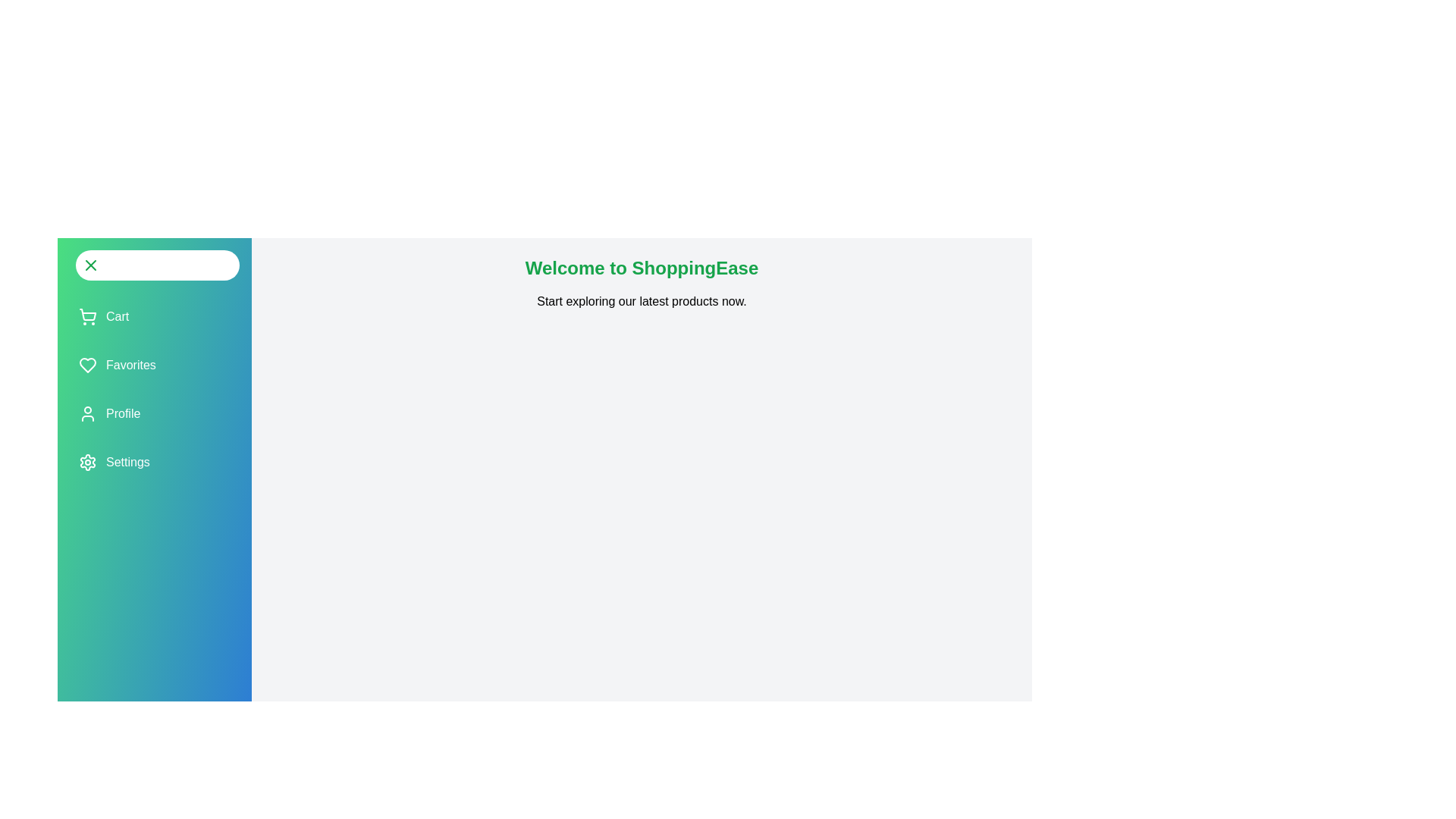 The height and width of the screenshot is (819, 1456). What do you see at coordinates (157, 265) in the screenshot?
I see `the toggle button to change the drawer's state` at bounding box center [157, 265].